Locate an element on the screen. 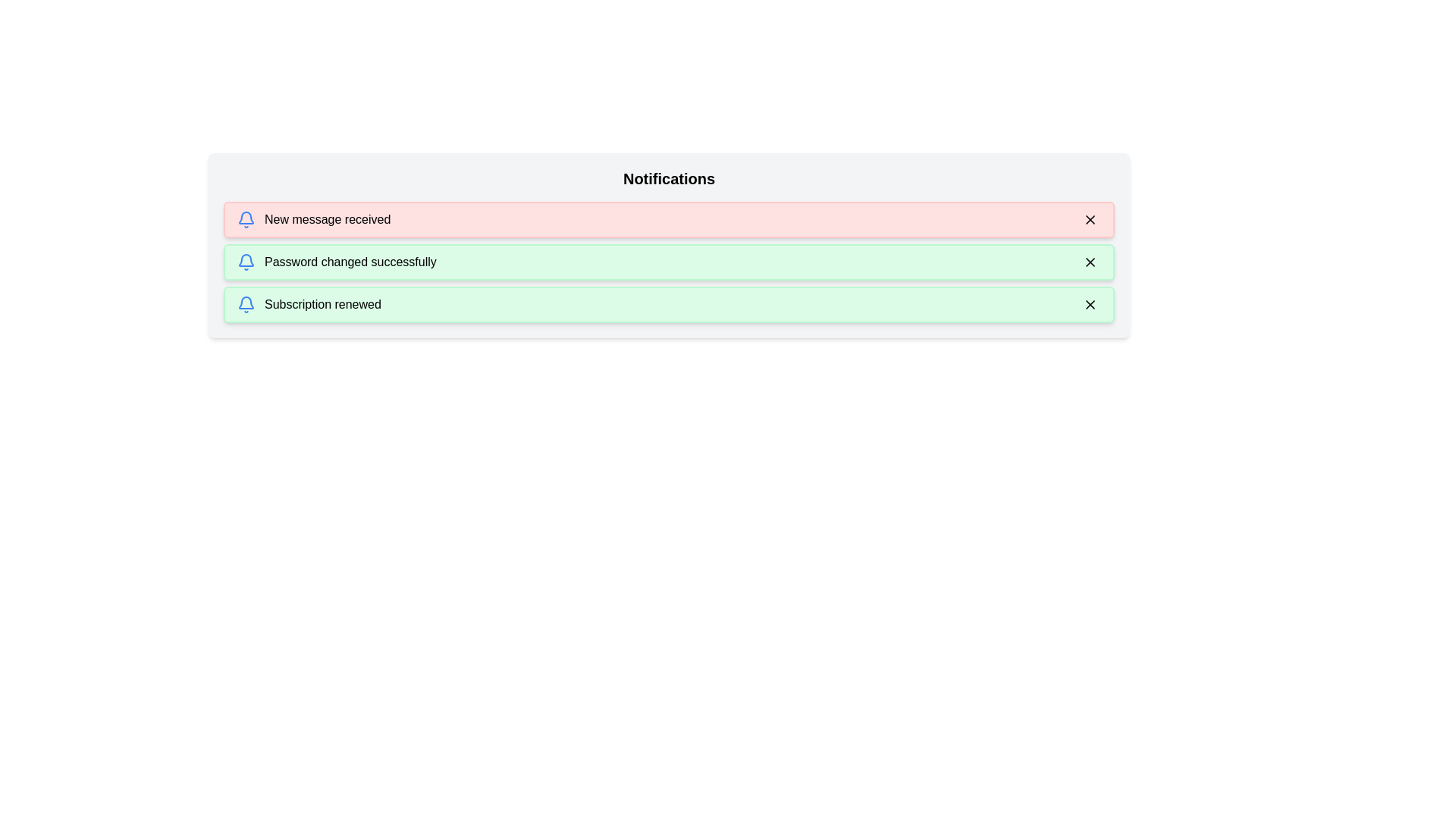 The width and height of the screenshot is (1456, 819). the notification message indicating a successful password change, which is the second item in a vertical list of notifications is located at coordinates (336, 262).